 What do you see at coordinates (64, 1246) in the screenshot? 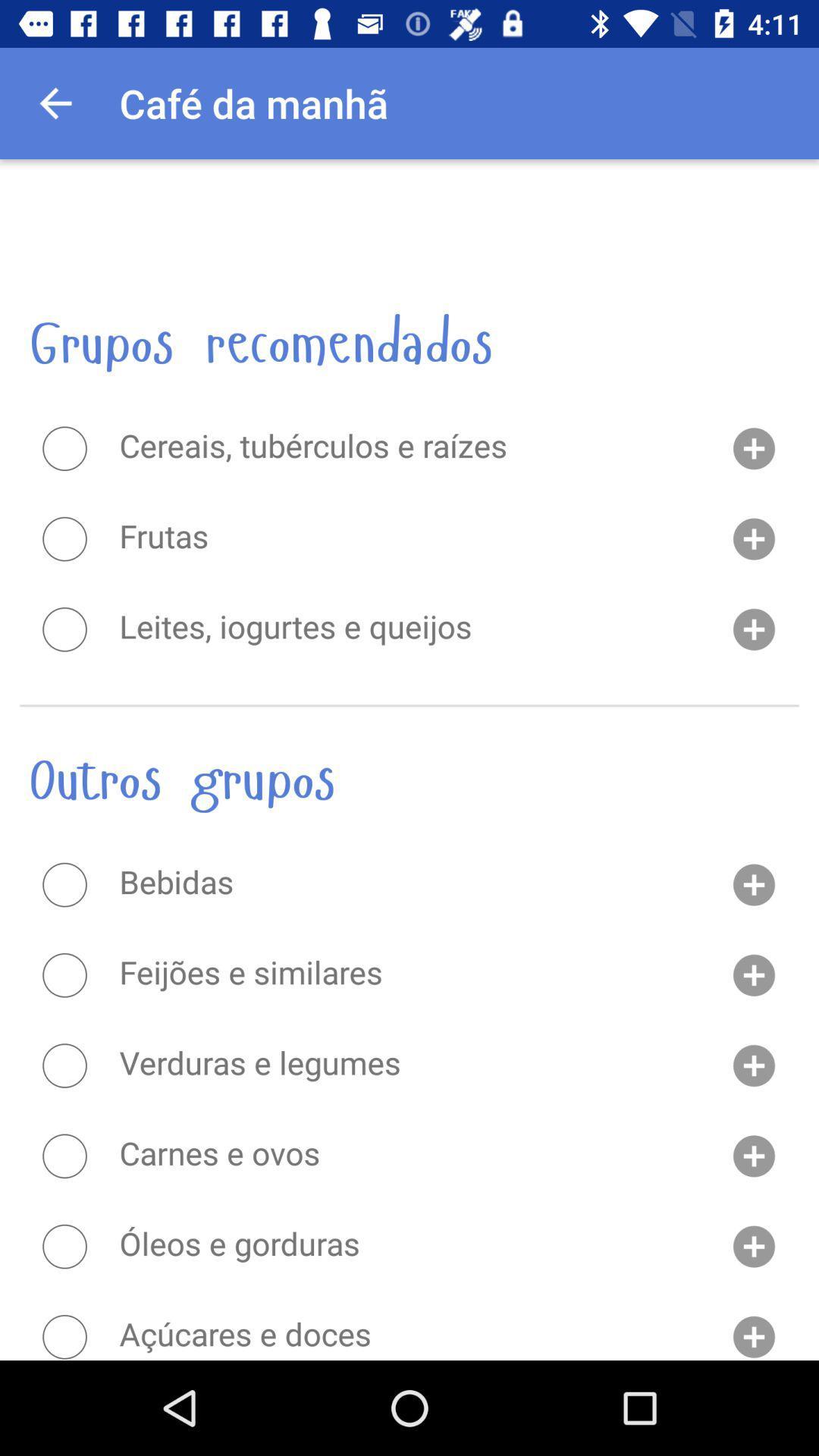
I see `selection box` at bounding box center [64, 1246].